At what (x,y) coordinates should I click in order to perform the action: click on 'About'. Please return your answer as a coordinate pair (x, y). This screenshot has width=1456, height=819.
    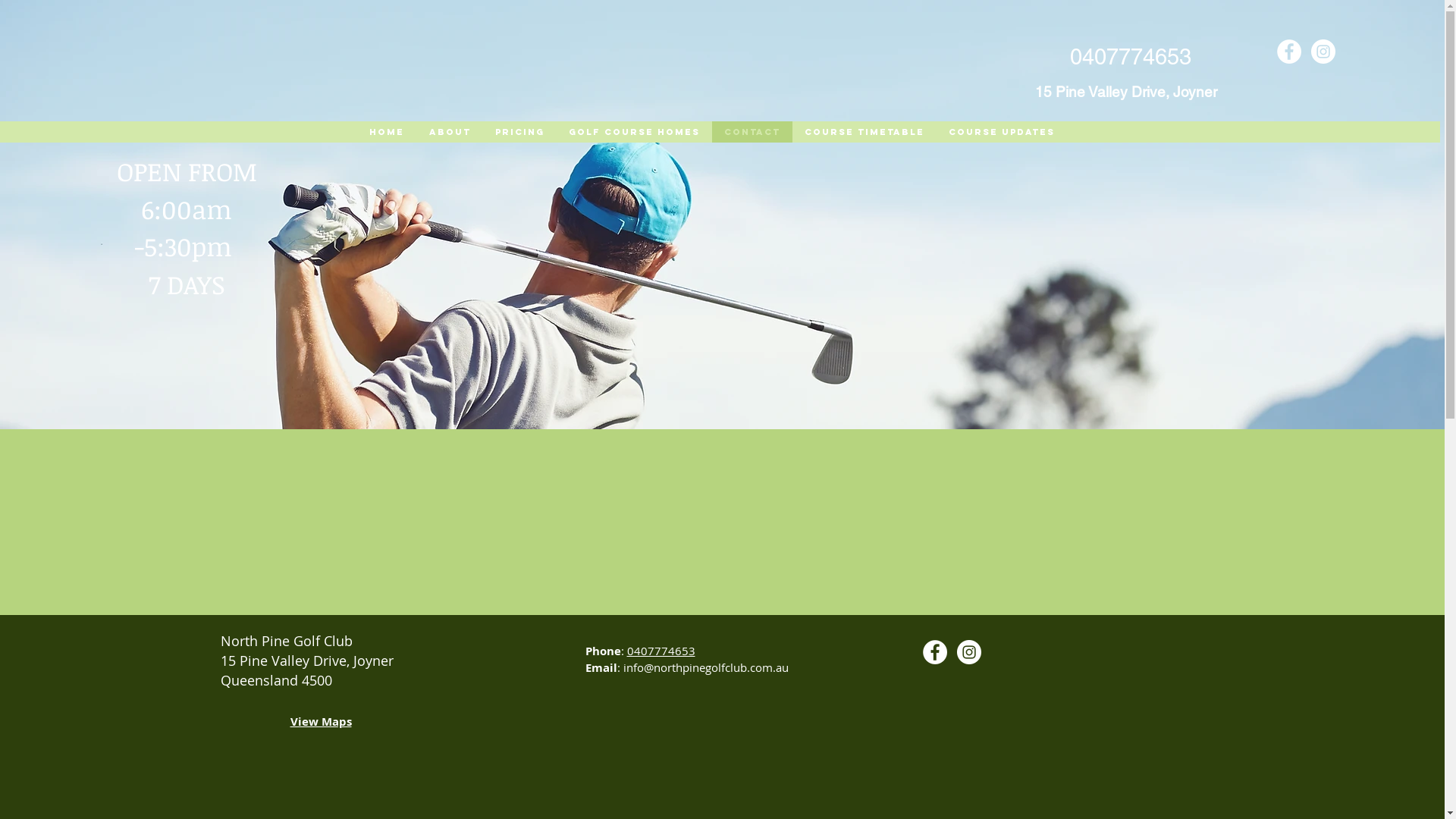
    Looking at the image, I should click on (415, 130).